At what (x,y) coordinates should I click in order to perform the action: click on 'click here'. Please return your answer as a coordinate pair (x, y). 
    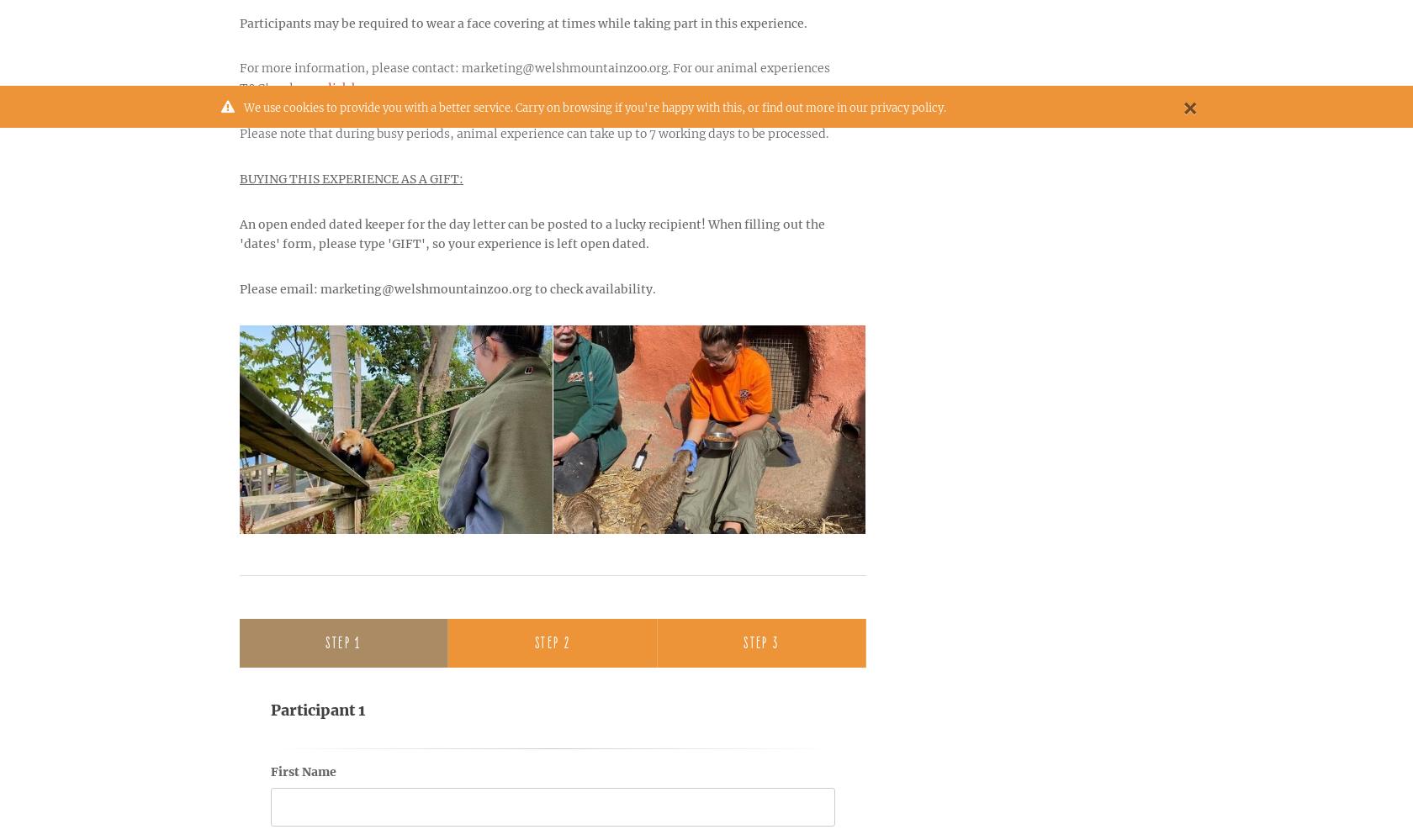
    Looking at the image, I should click on (349, 87).